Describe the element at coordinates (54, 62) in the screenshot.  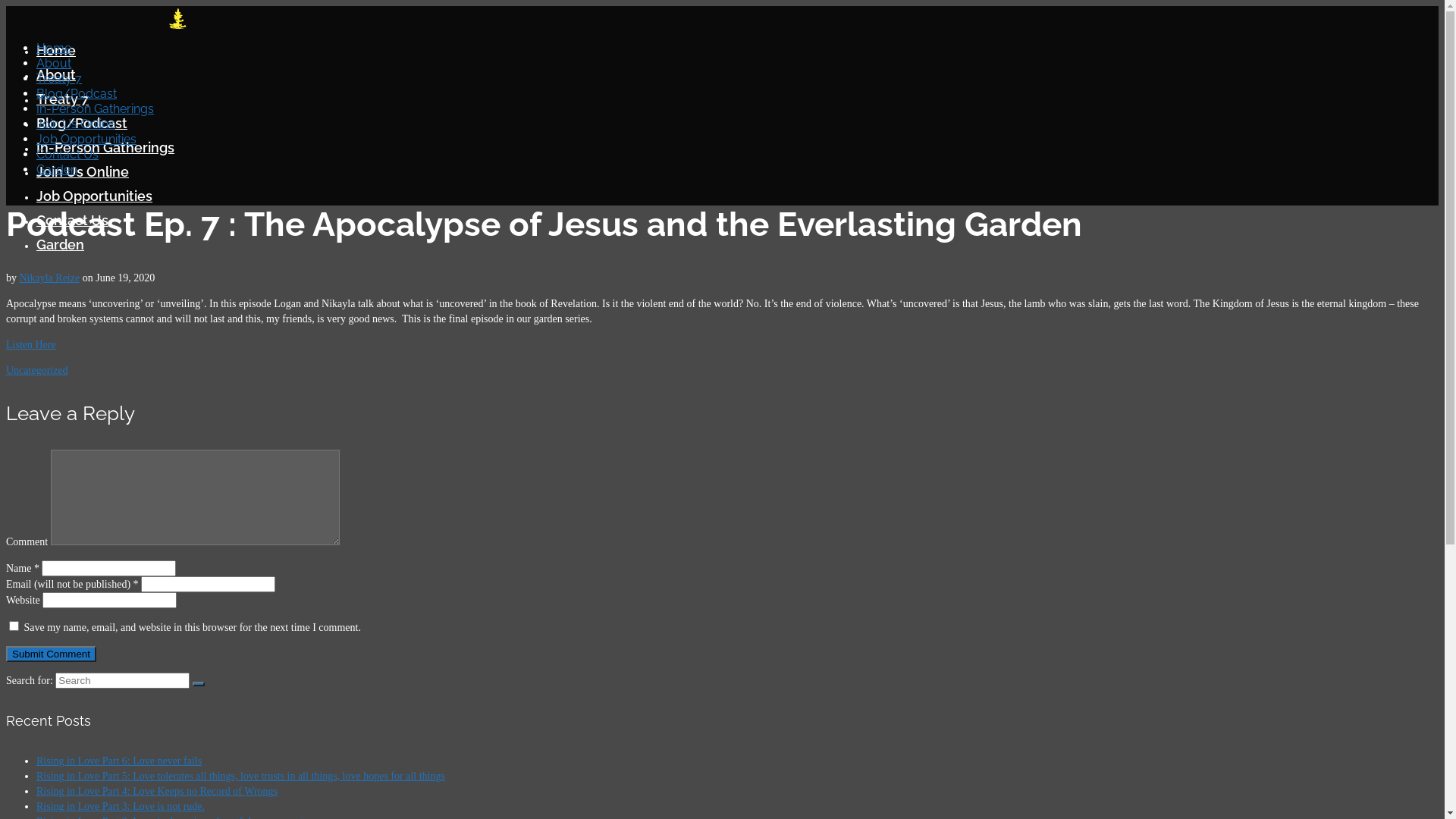
I see `'About'` at that location.